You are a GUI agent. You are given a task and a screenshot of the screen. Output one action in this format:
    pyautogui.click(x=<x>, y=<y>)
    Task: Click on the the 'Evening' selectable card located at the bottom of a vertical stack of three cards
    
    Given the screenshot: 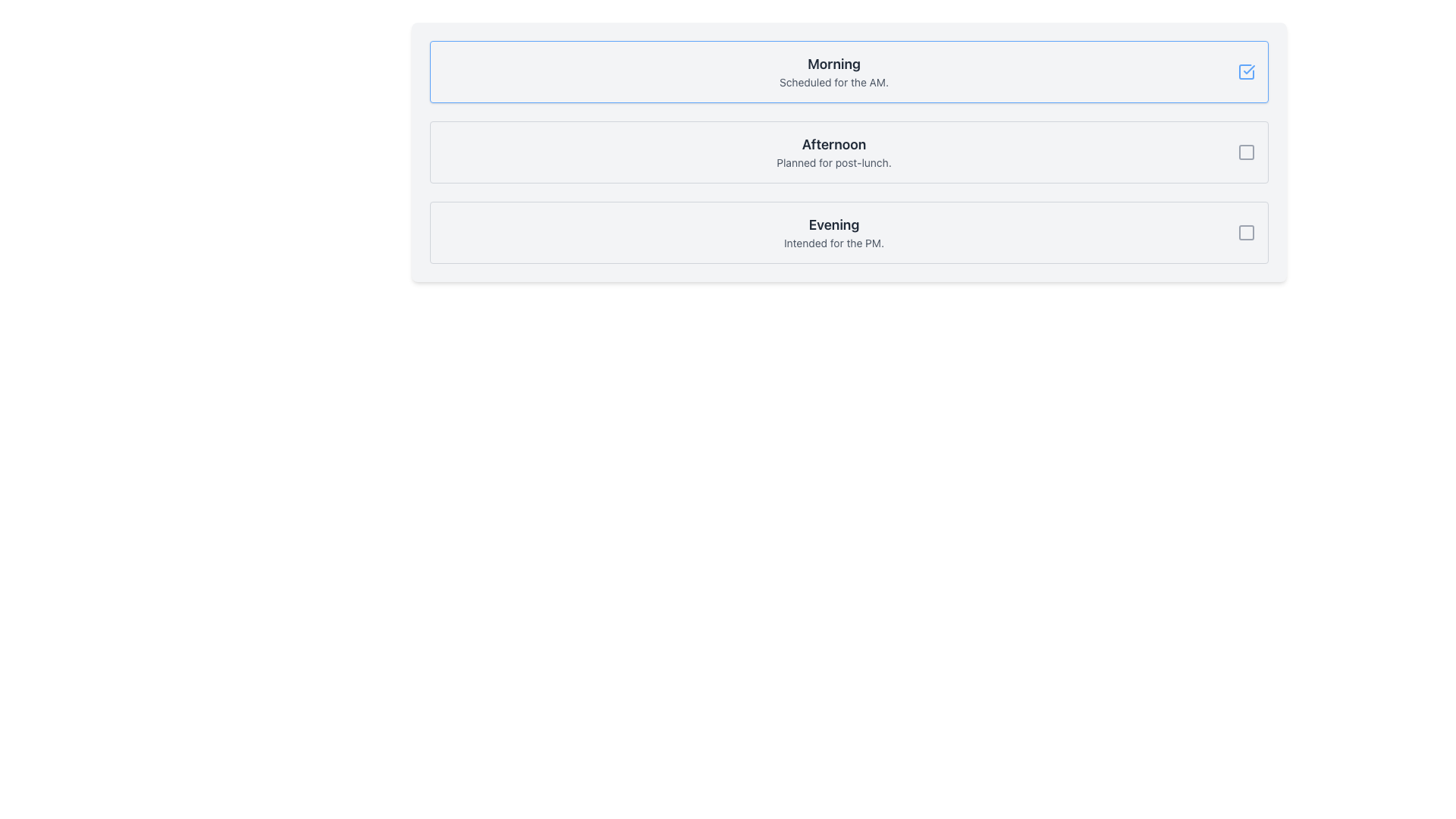 What is the action you would take?
    pyautogui.click(x=848, y=233)
    